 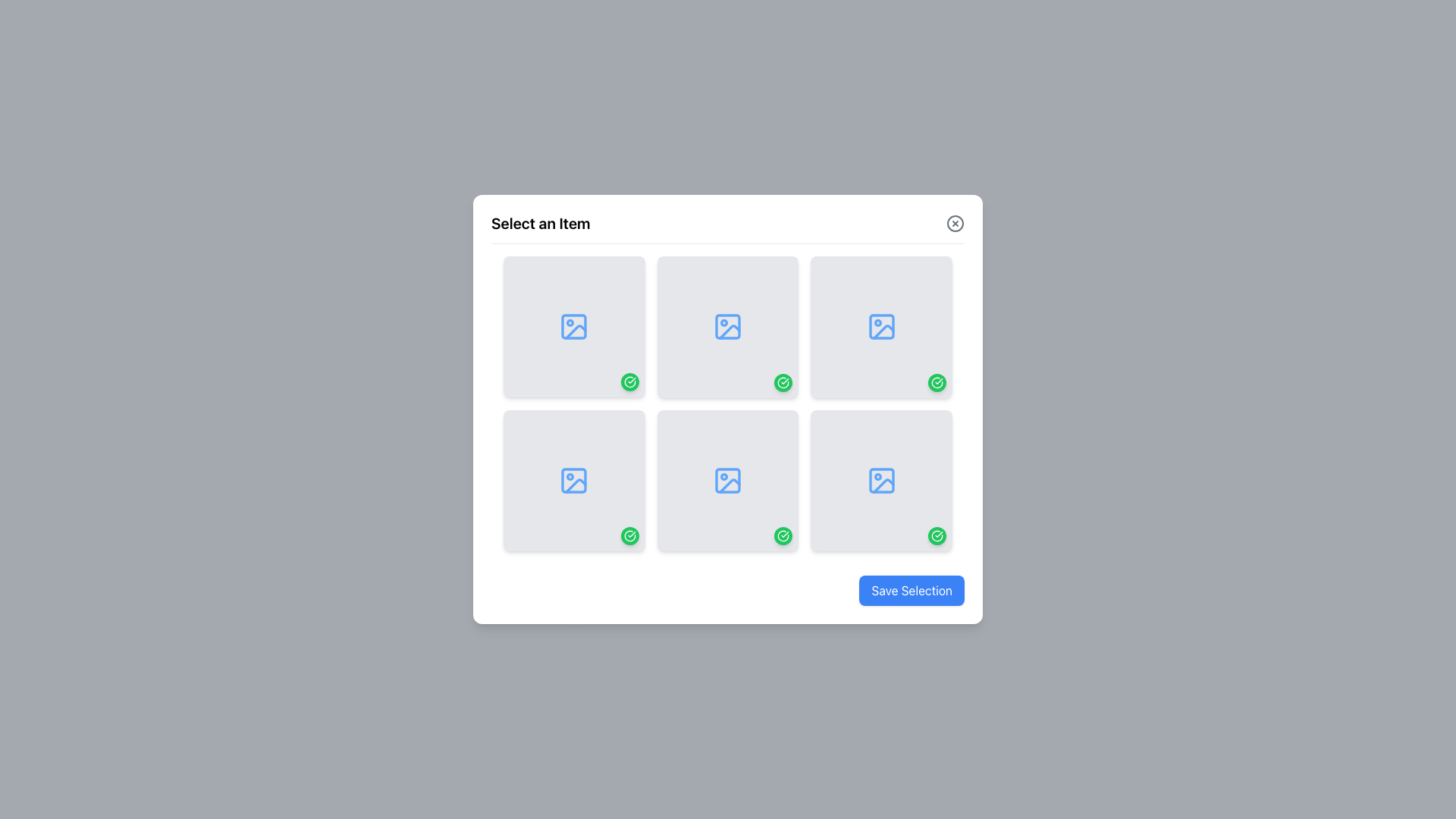 What do you see at coordinates (954, 222) in the screenshot?
I see `the circular close button with an 'X' symbol in the top-right corner of the 'Select an Item' dialog box to change its appearance` at bounding box center [954, 222].